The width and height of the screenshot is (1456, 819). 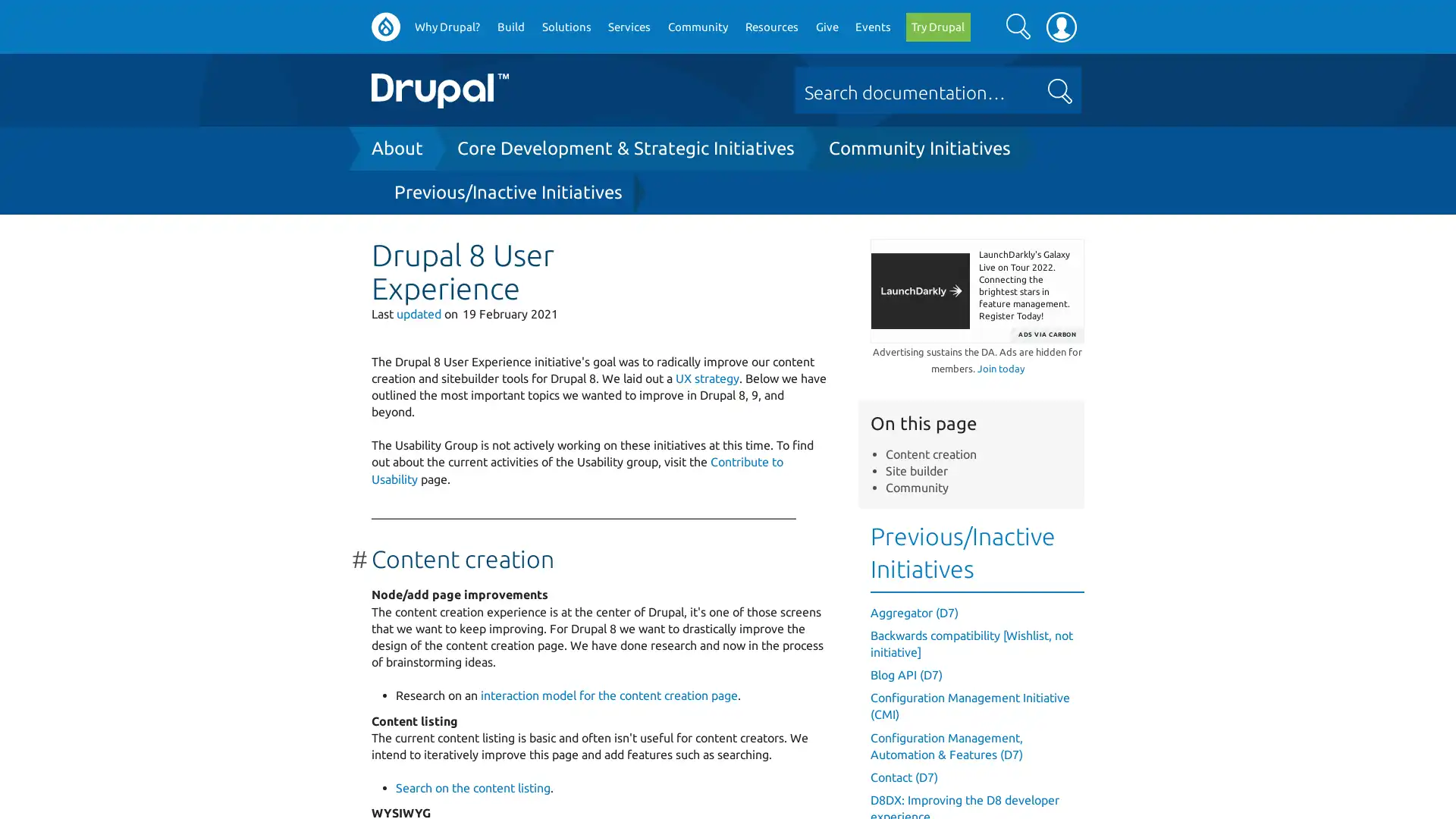 What do you see at coordinates (1059, 91) in the screenshot?
I see `Search` at bounding box center [1059, 91].